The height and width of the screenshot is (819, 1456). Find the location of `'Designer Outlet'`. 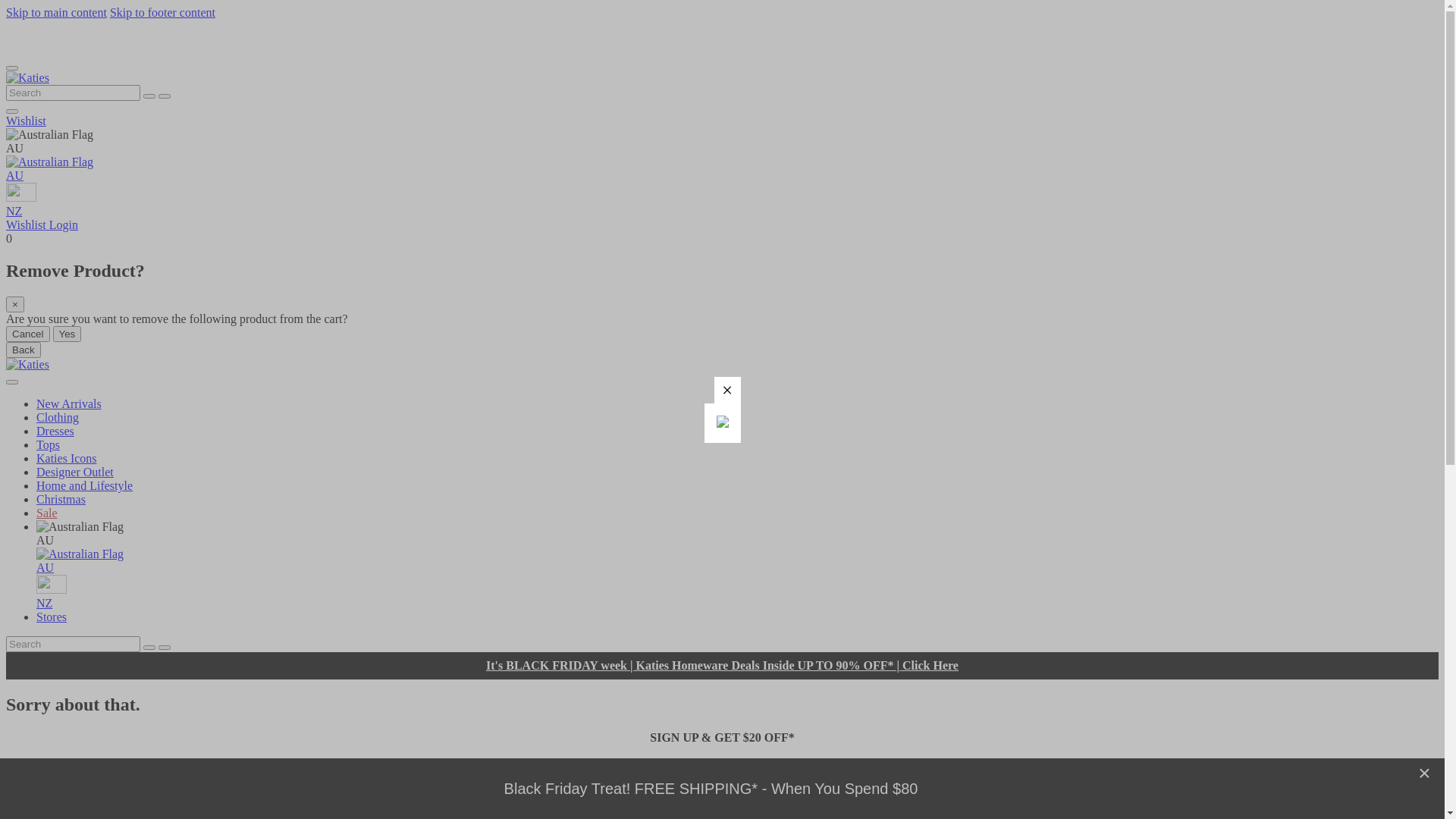

'Designer Outlet' is located at coordinates (74, 471).